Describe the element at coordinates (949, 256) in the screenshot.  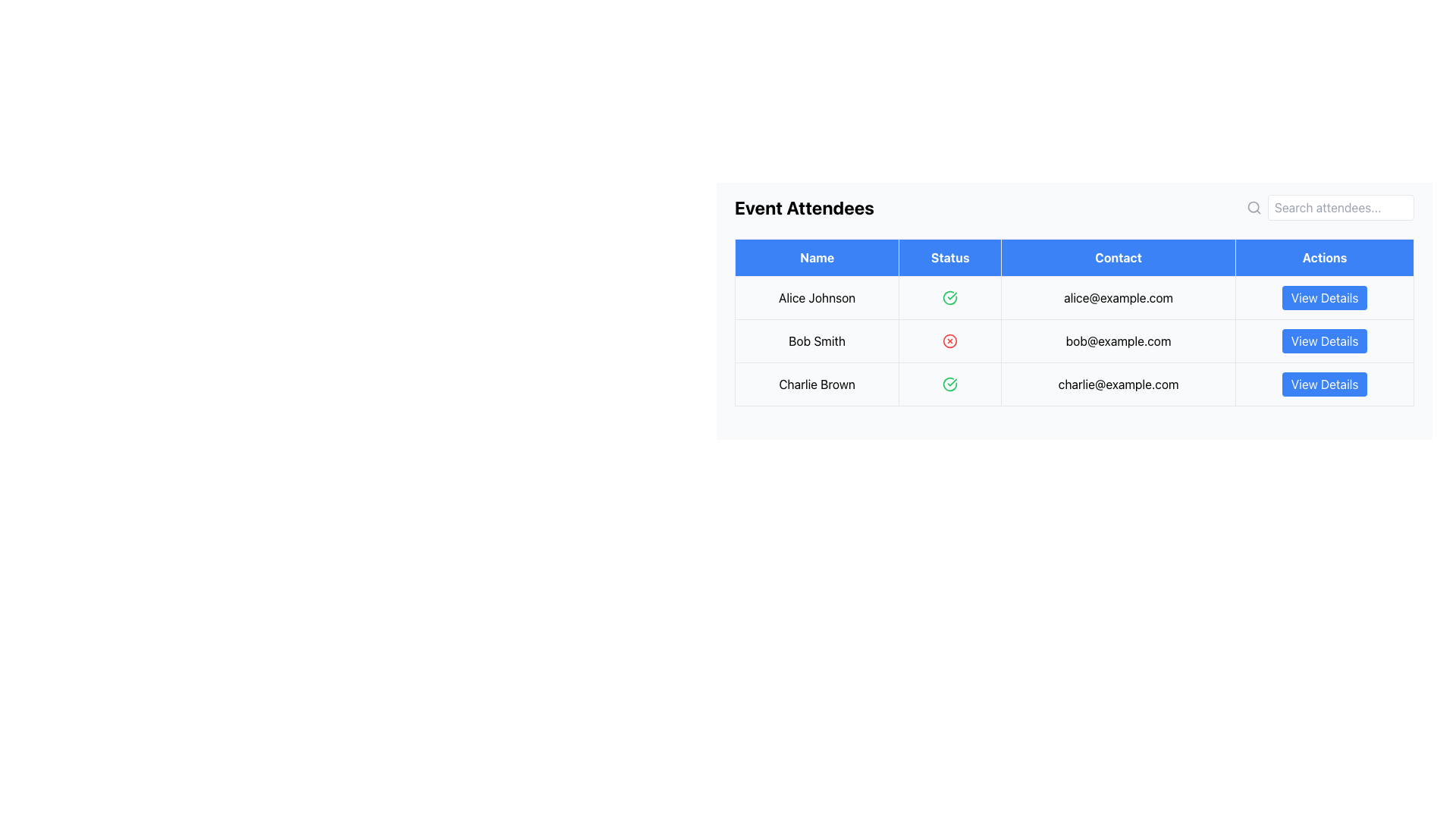
I see `the 'Status' column header cell, which is the second column header in the table, positioned between 'Name' and 'Contact' headers` at that location.